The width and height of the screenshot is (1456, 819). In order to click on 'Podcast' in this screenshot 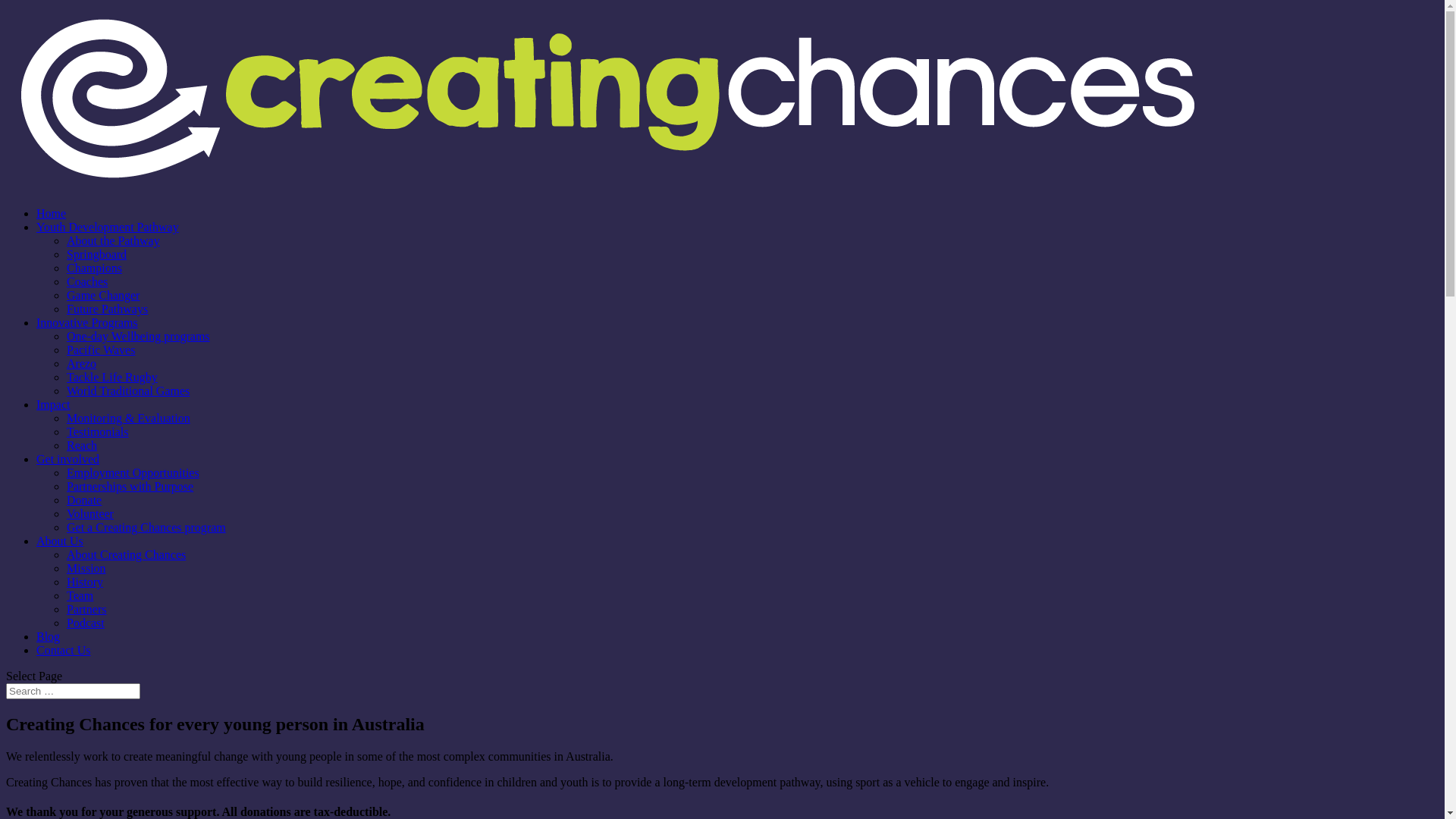, I will do `click(85, 623)`.